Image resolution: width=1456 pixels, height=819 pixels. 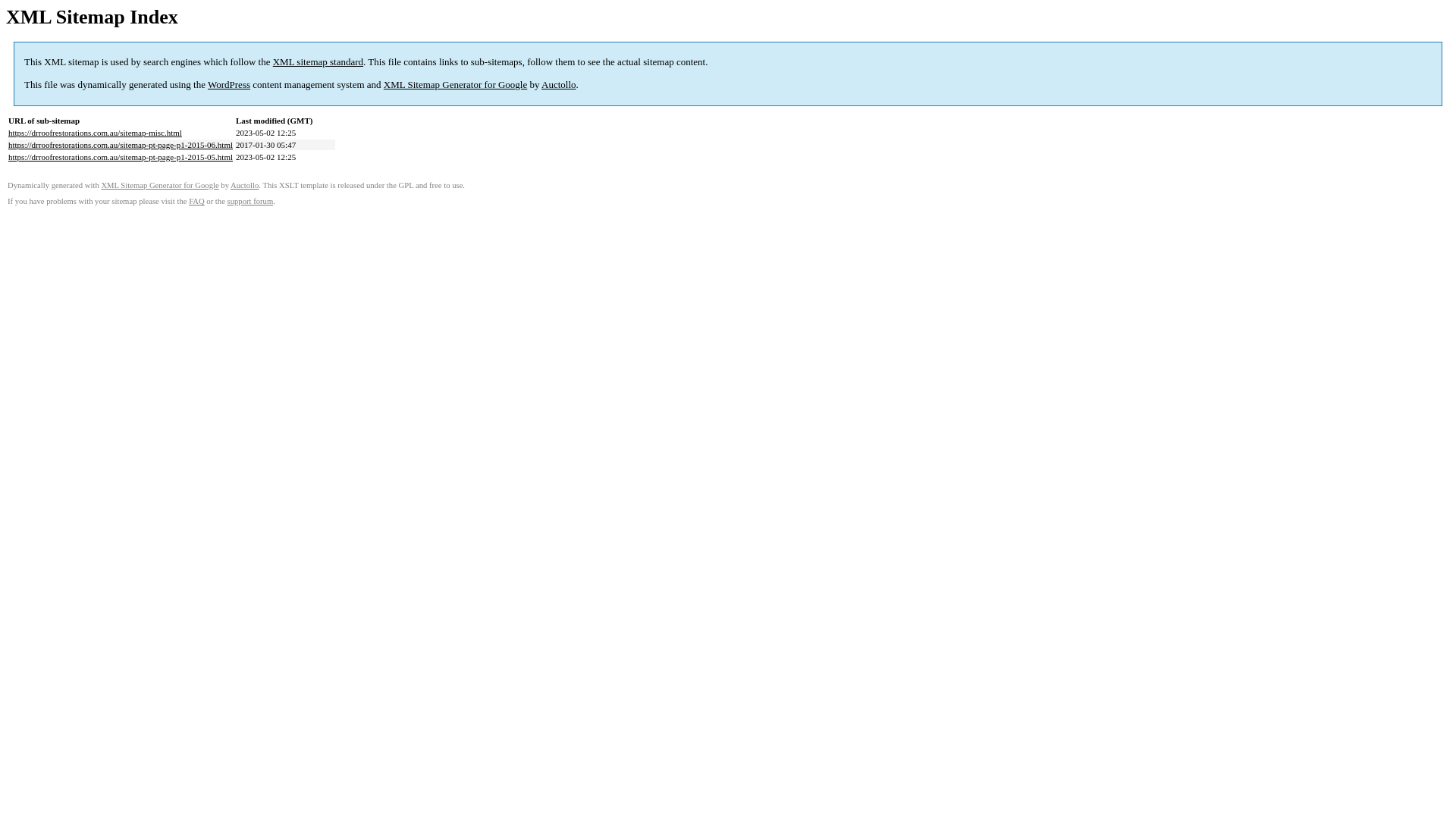 I want to click on 'XML sitemap standard', so click(x=317, y=61).